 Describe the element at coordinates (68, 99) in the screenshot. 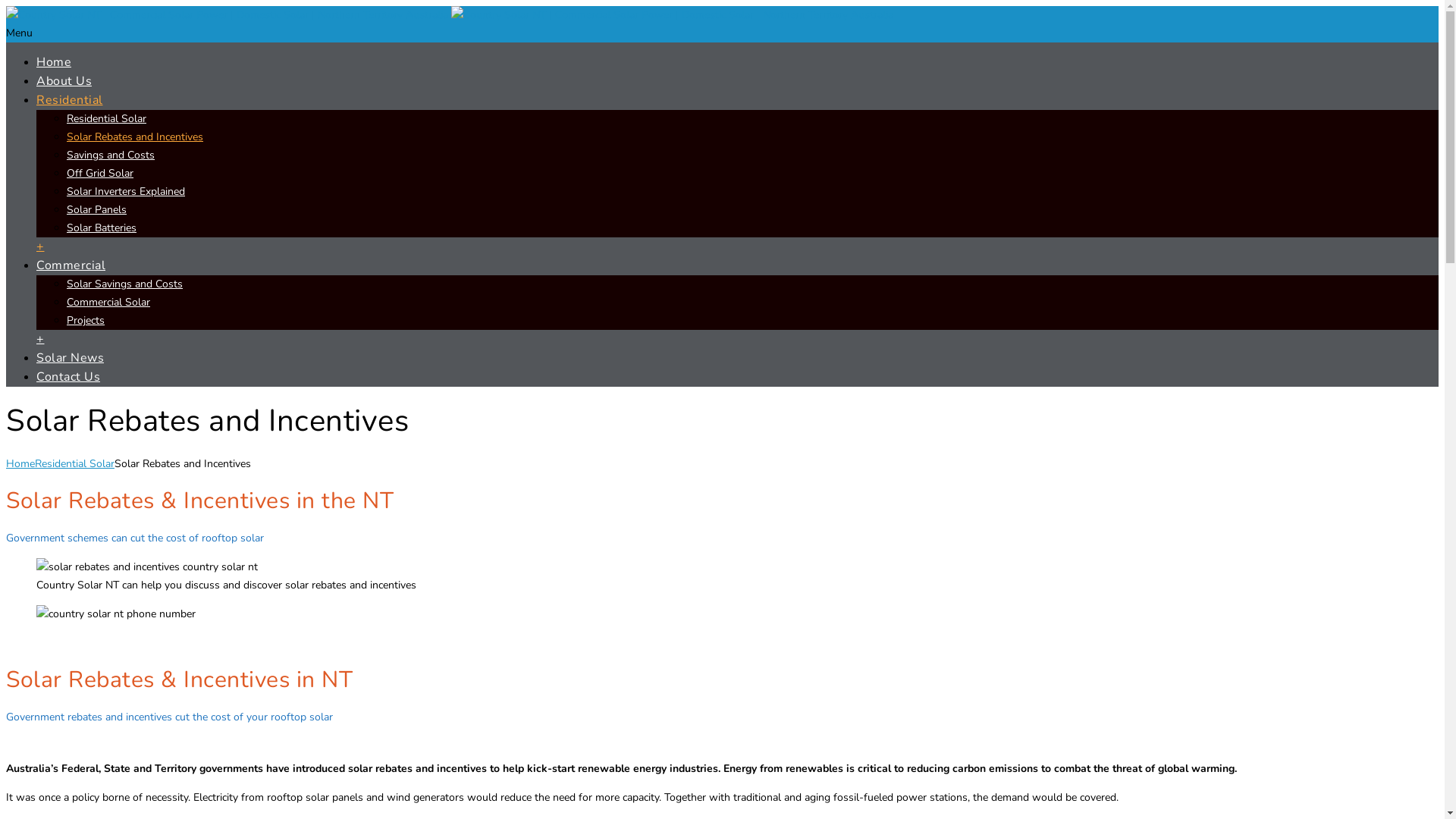

I see `'Residential'` at that location.